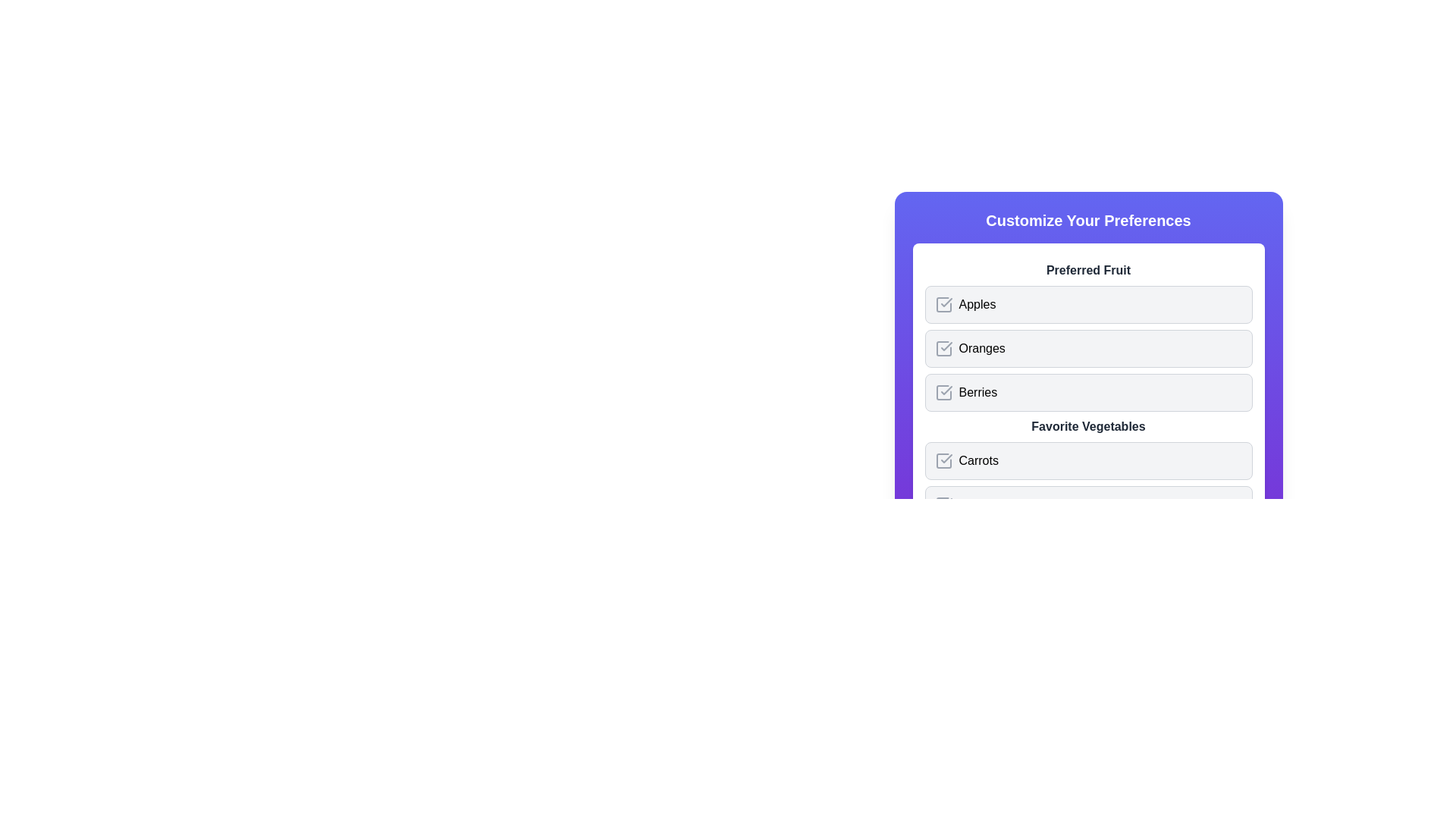  What do you see at coordinates (946, 458) in the screenshot?
I see `the tick icon representing the selection state for the item 'Carrots' in the 'Favorite Vegetables' list` at bounding box center [946, 458].